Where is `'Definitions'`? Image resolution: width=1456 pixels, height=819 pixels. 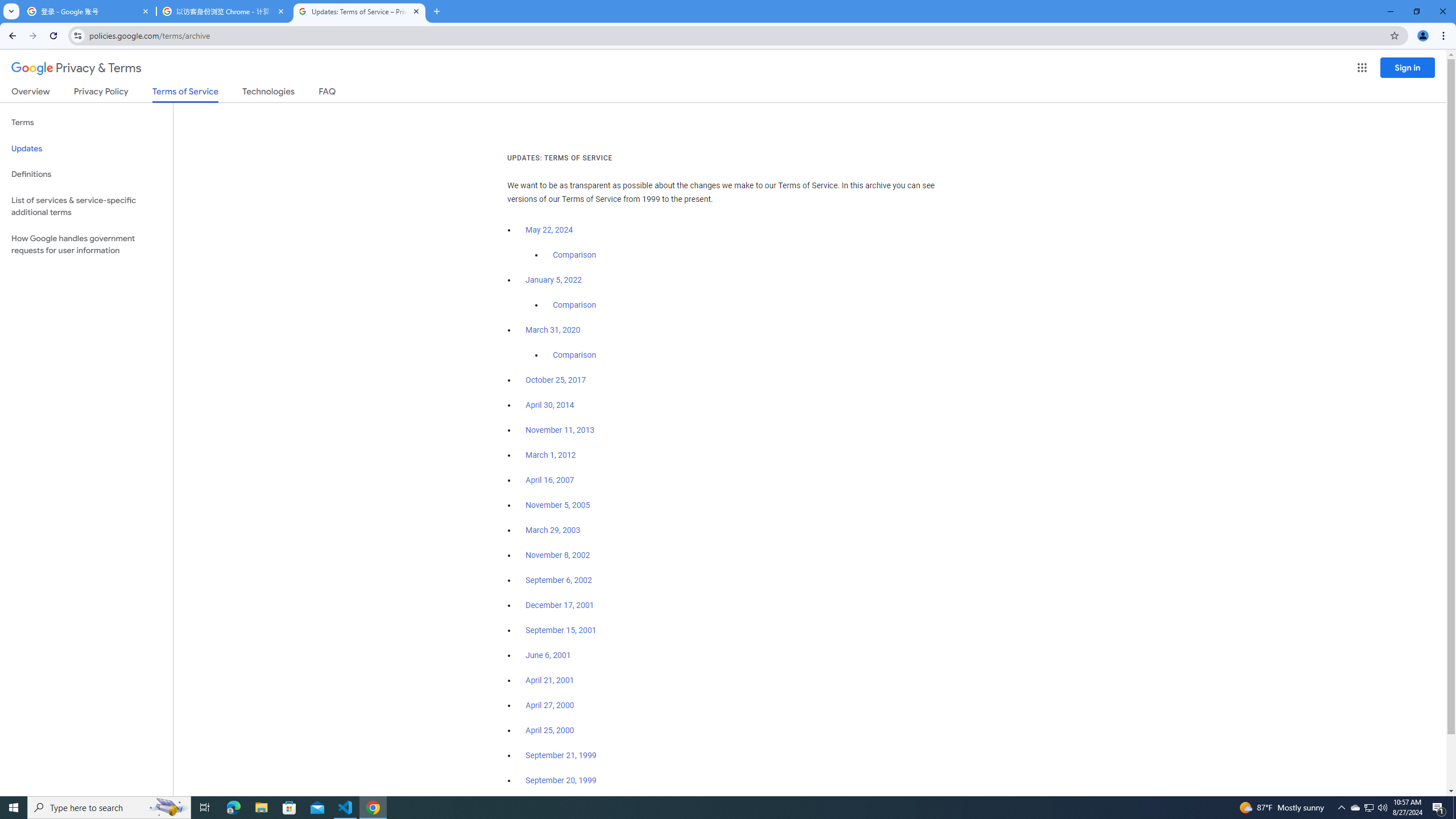
'Definitions' is located at coordinates (86, 174).